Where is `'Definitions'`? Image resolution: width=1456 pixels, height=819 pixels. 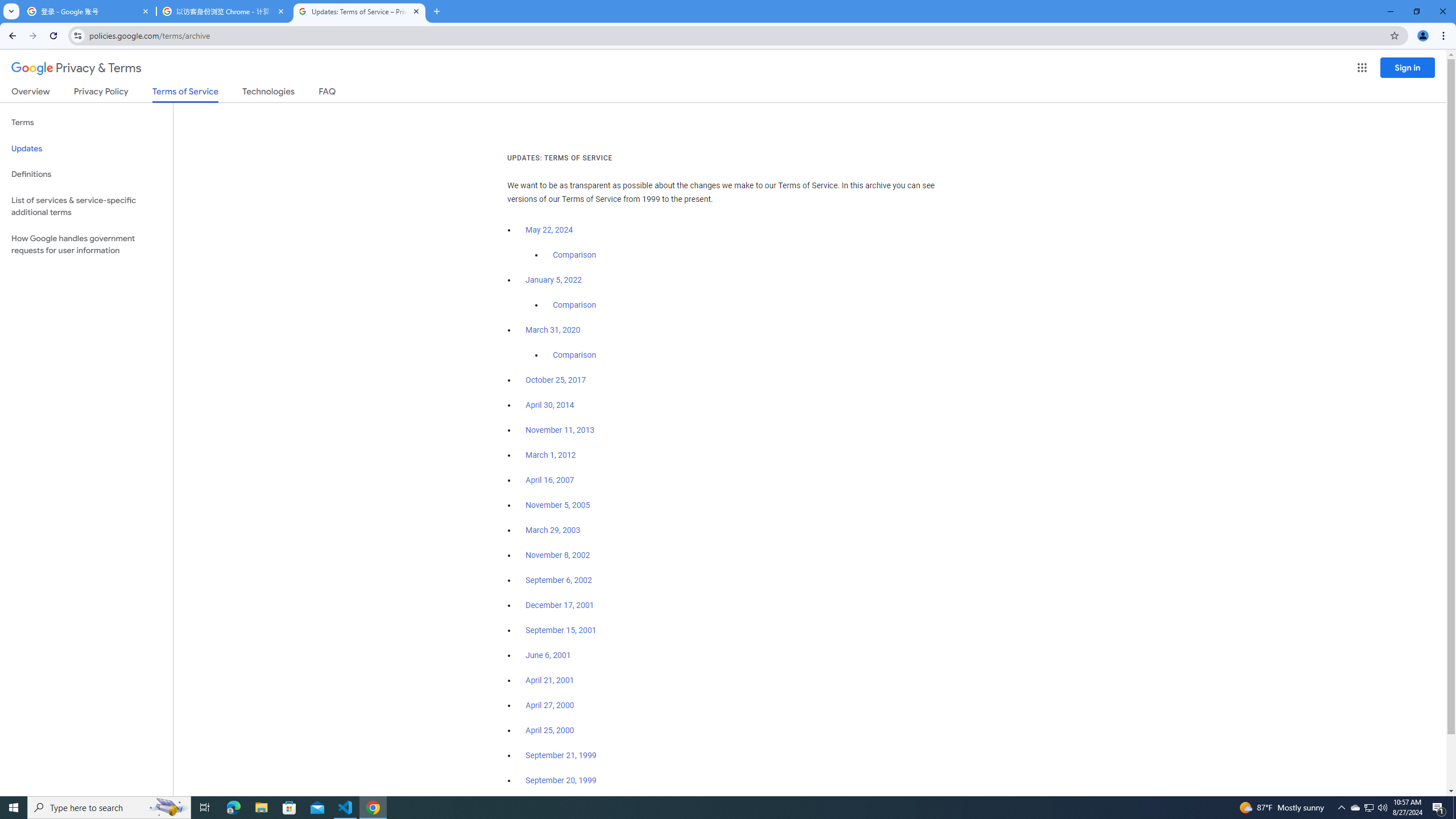
'Definitions' is located at coordinates (86, 174).